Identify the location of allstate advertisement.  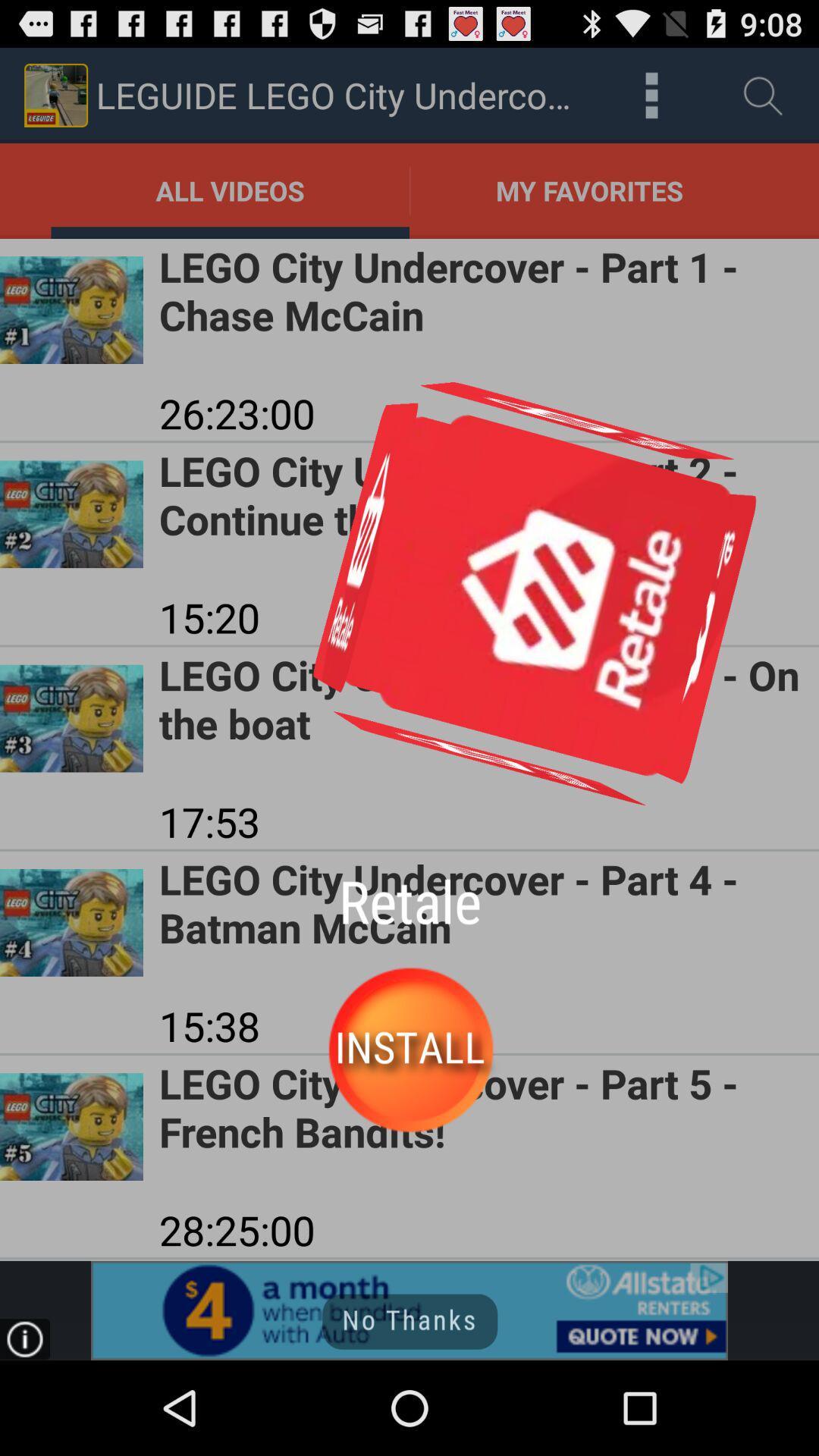
(409, 1310).